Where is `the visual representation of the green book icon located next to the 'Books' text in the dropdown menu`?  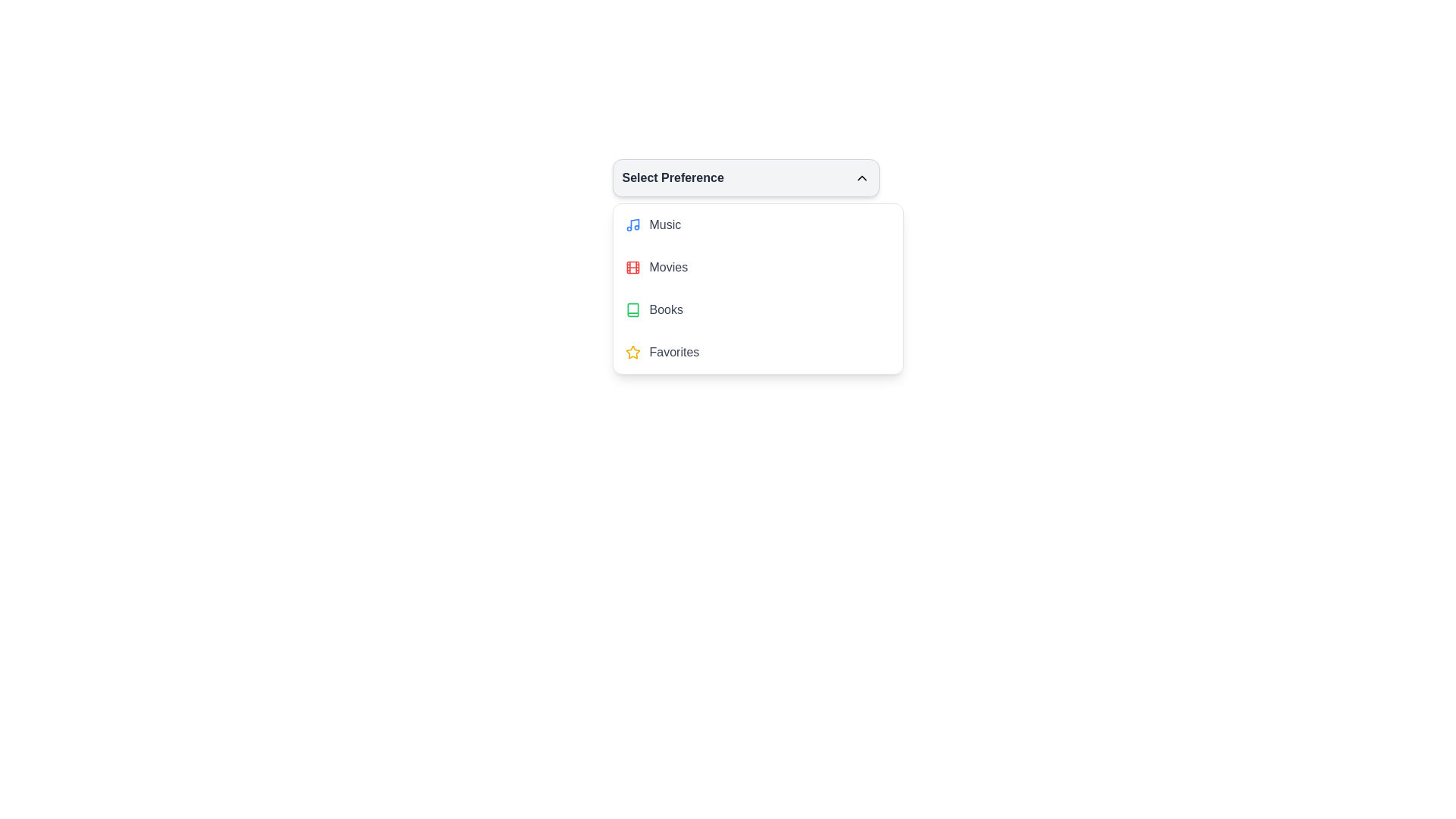 the visual representation of the green book icon located next to the 'Books' text in the dropdown menu is located at coordinates (632, 309).